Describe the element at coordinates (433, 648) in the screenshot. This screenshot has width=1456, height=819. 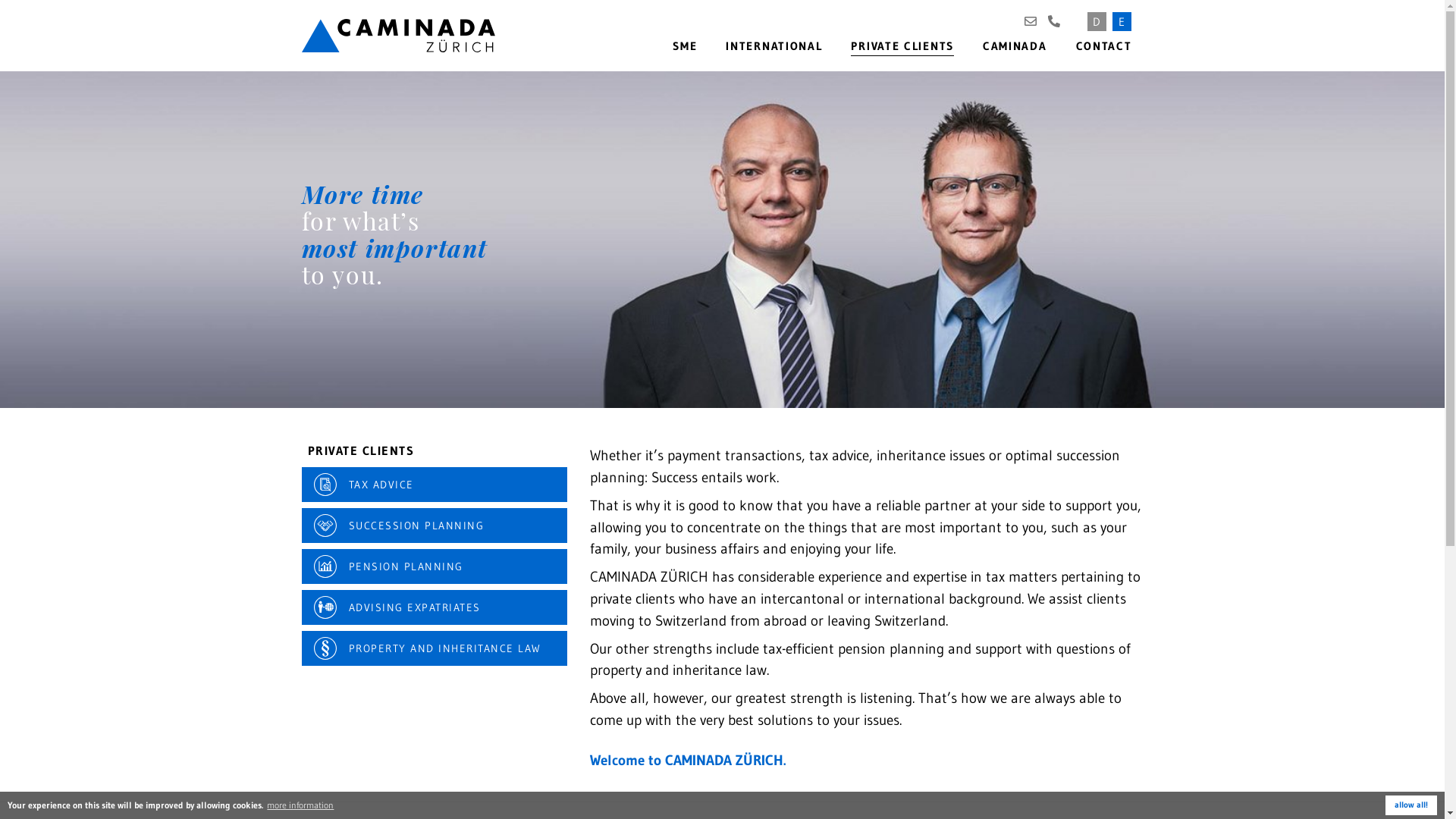
I see `'PROPERTY AND INHERITANCE LAW'` at that location.